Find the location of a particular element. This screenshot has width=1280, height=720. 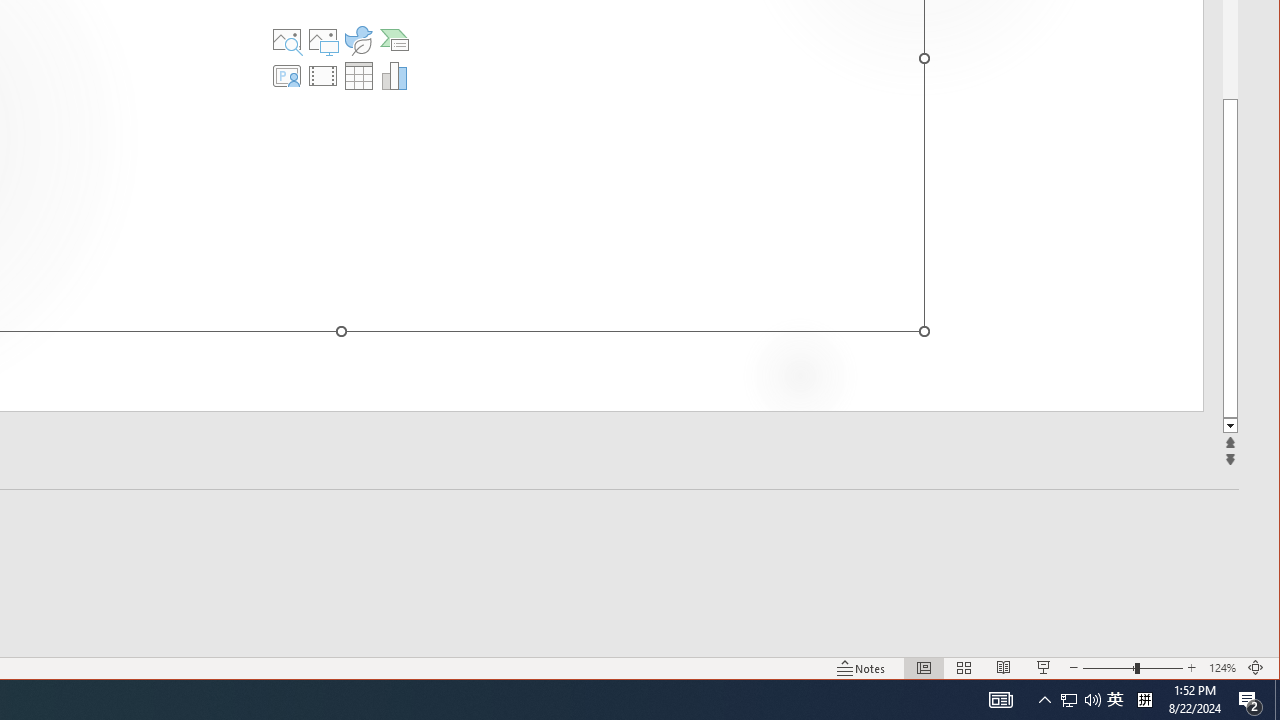

'Insert a SmartArt Graphic' is located at coordinates (394, 39).